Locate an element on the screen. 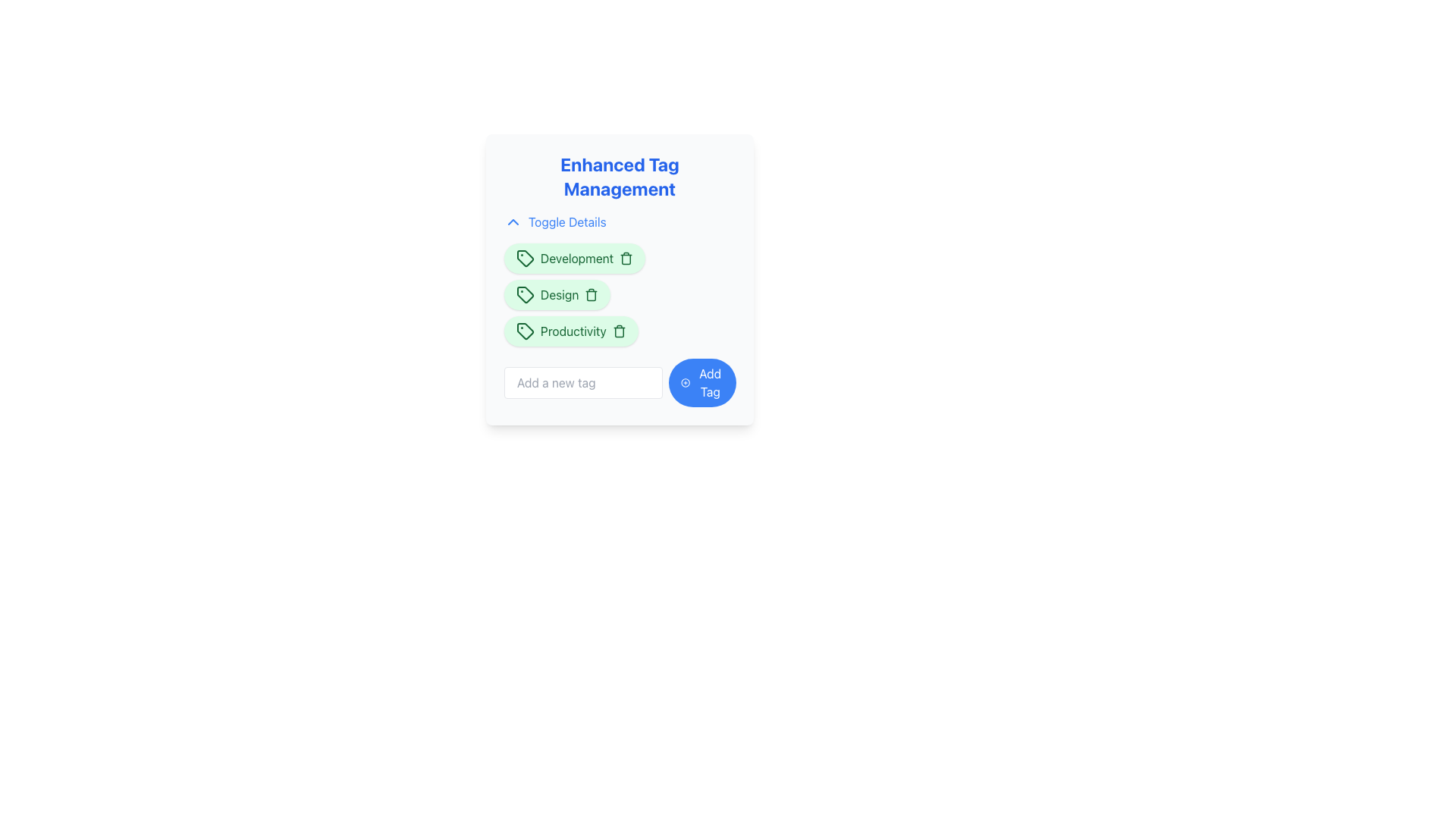  the third tag in the vertical stack, which is located below the 'Design' tag and serves as a label for categorization is located at coordinates (570, 330).